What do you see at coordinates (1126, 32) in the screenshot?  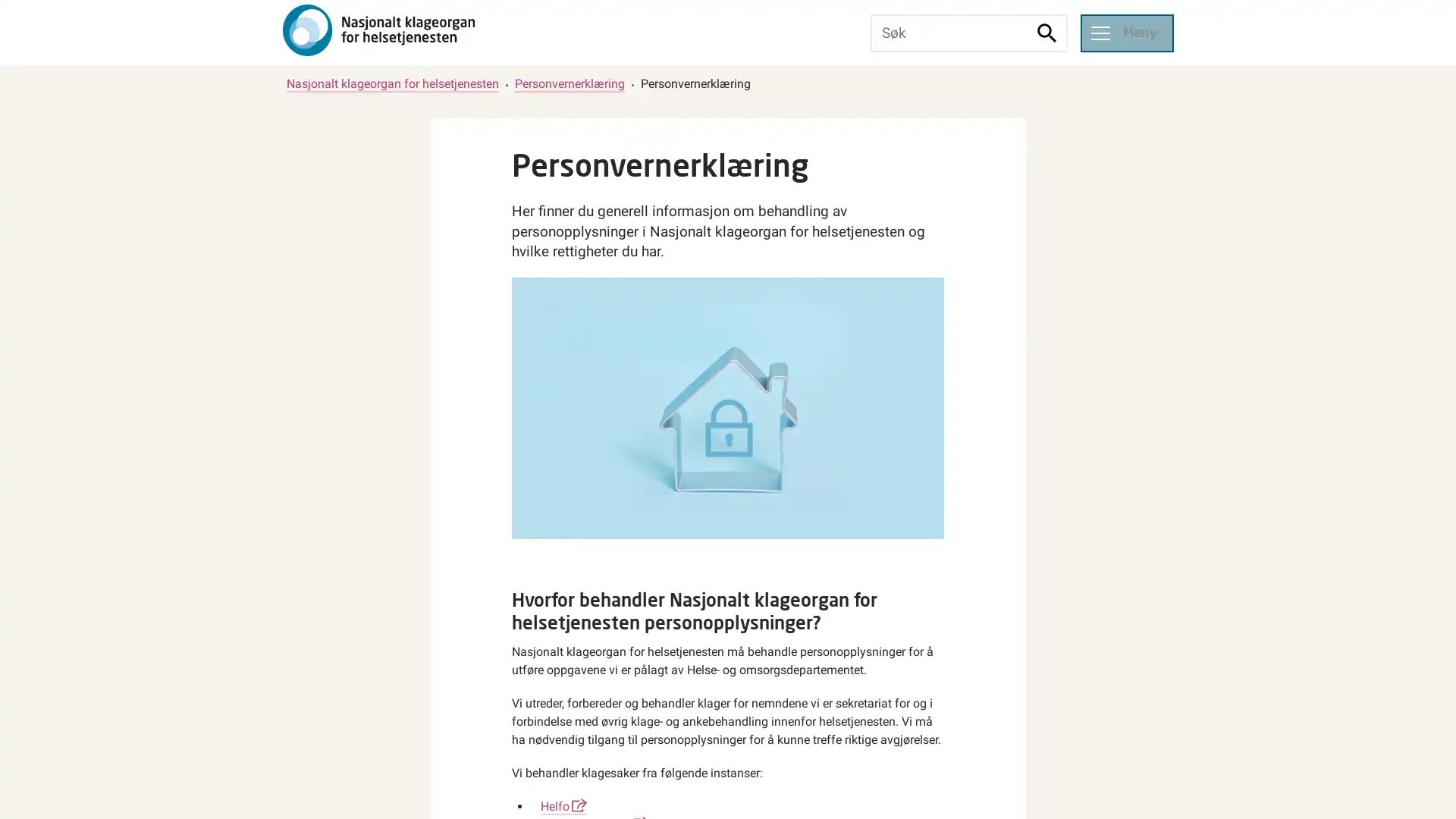 I see `Meny` at bounding box center [1126, 32].